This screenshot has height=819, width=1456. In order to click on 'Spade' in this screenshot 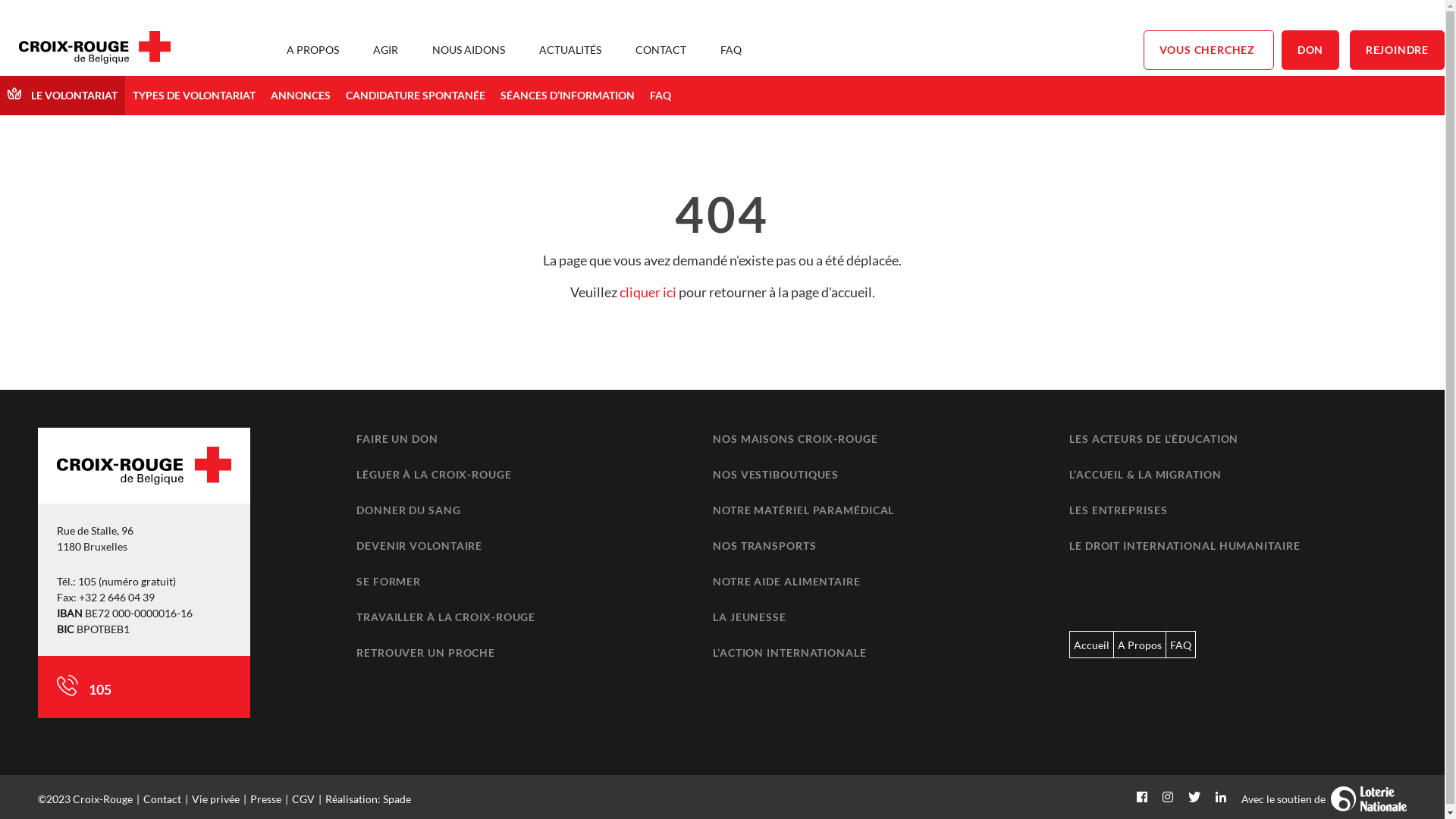, I will do `click(397, 798)`.